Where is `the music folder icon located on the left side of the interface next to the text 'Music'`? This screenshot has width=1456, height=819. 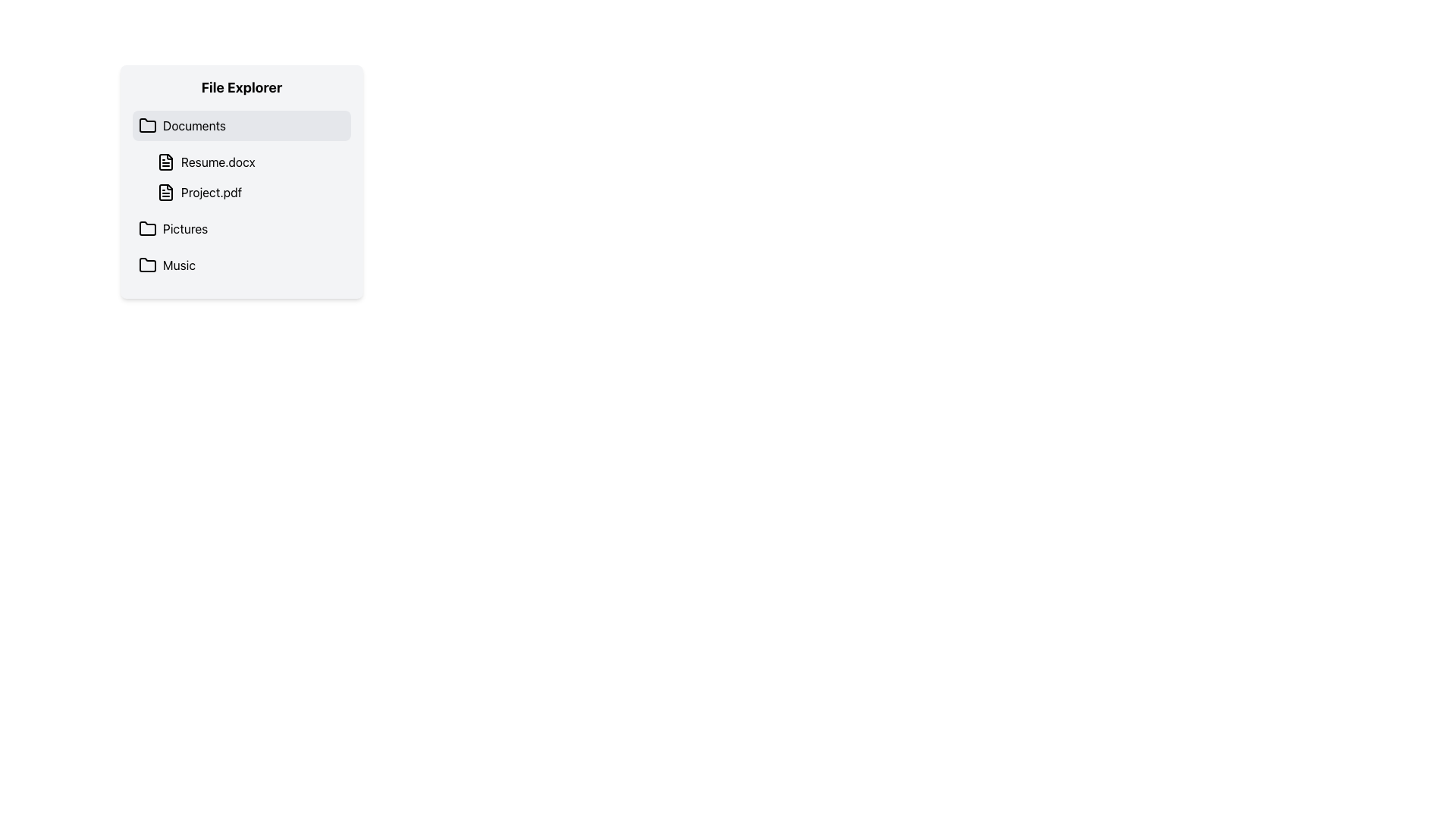 the music folder icon located on the left side of the interface next to the text 'Music' is located at coordinates (148, 265).